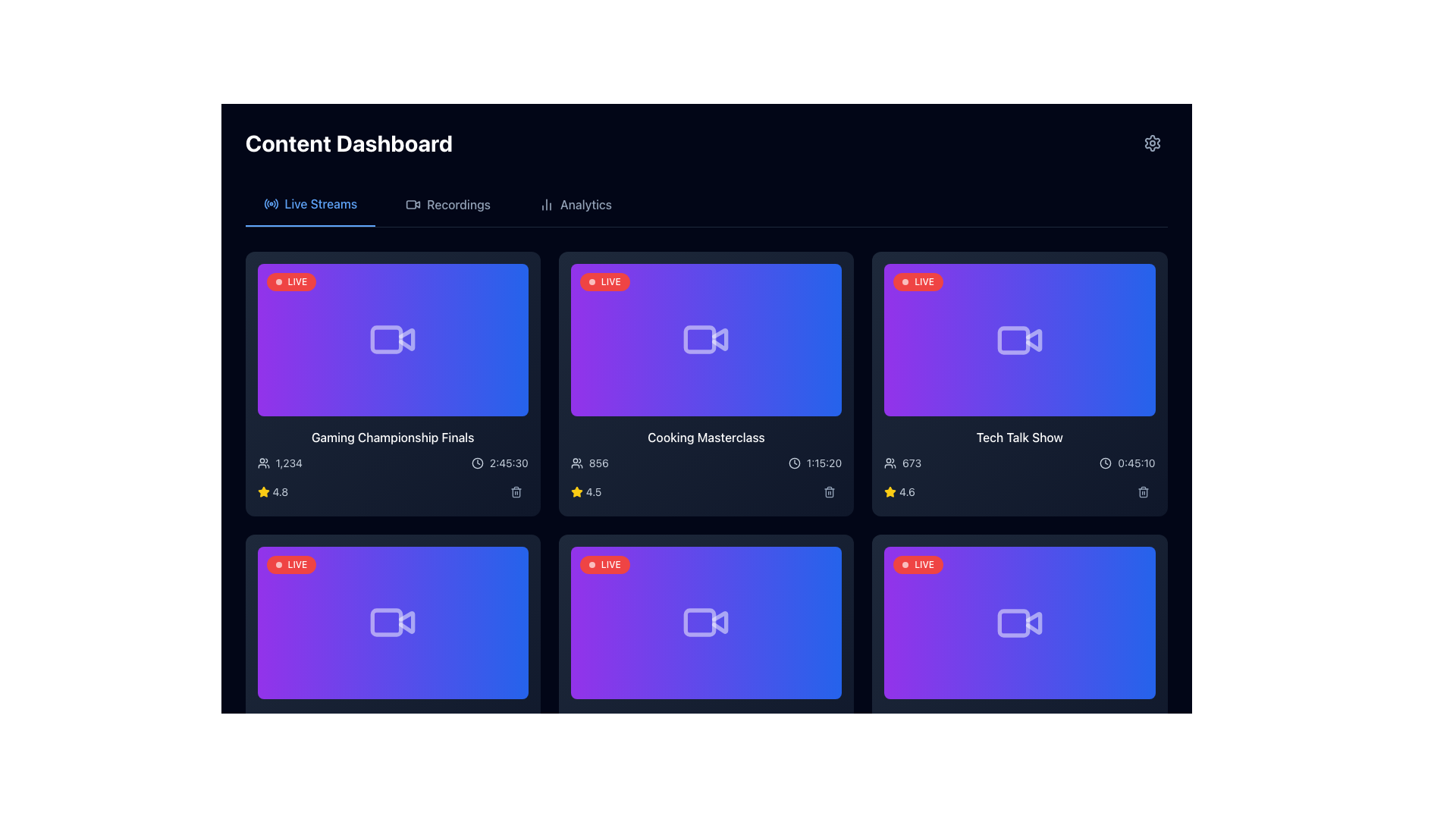 This screenshot has height=819, width=1456. I want to click on the rating display element that consists of a yellow star icon followed by the '4.6' rating text in a light grey font, located in the third column and second row of the grid layout, so click(899, 491).